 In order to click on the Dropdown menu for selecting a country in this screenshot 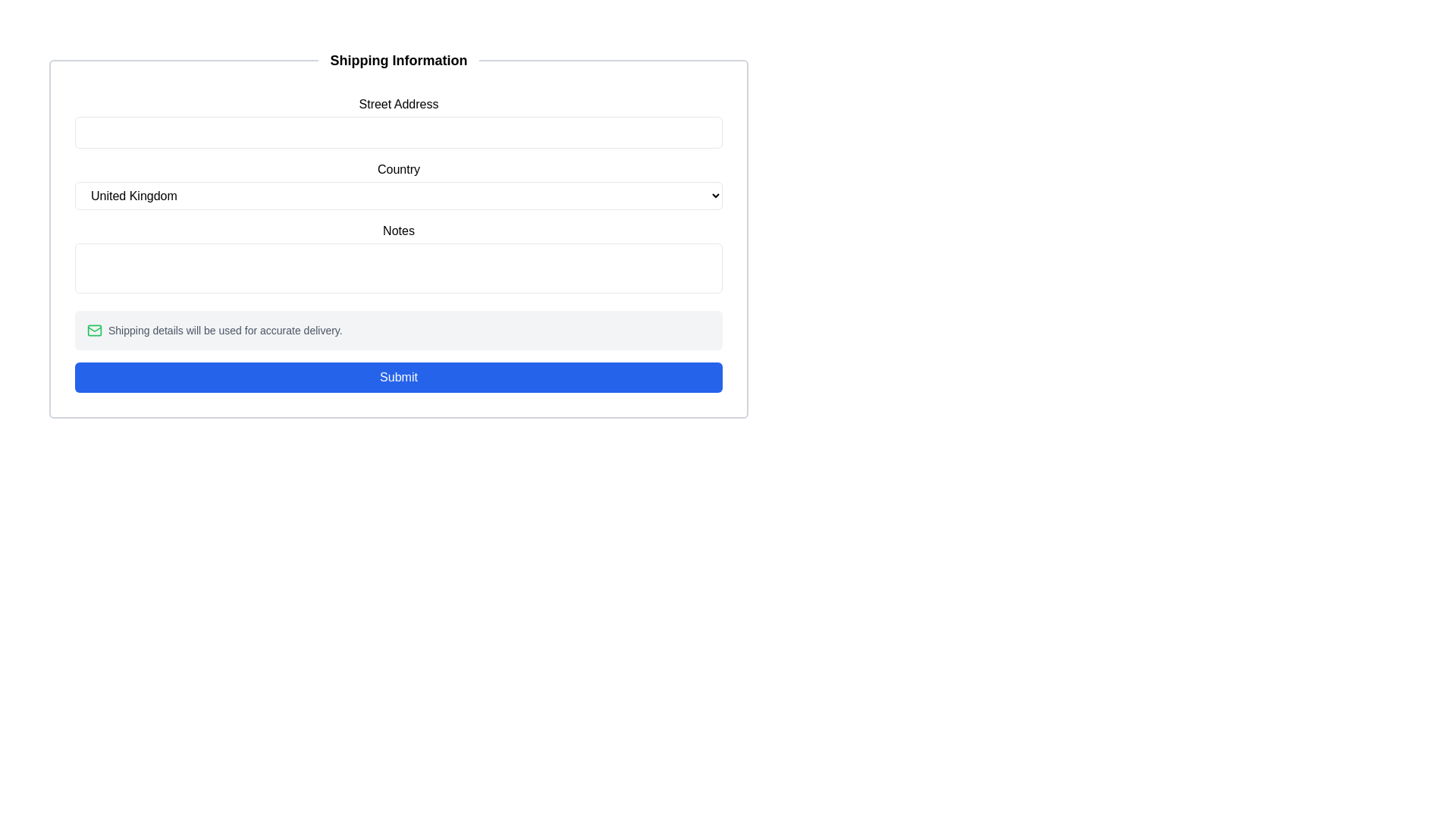, I will do `click(399, 195)`.